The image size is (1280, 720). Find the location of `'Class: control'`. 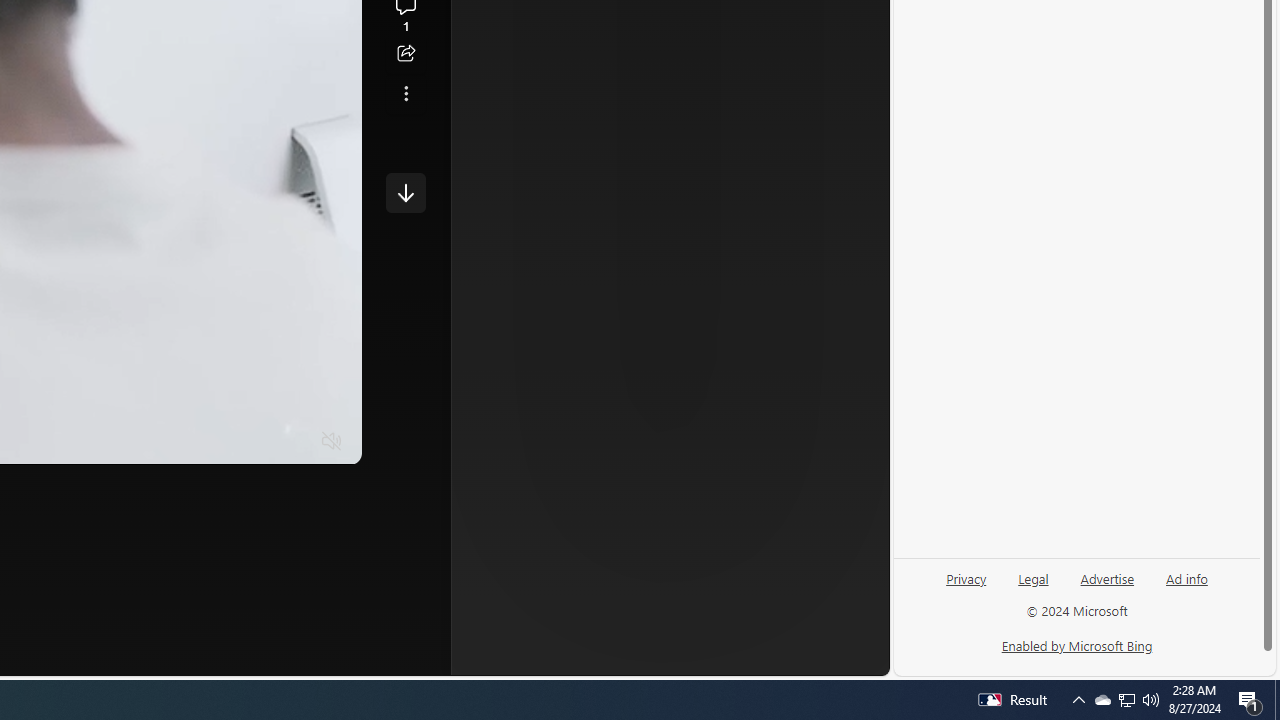

'Class: control' is located at coordinates (405, 192).